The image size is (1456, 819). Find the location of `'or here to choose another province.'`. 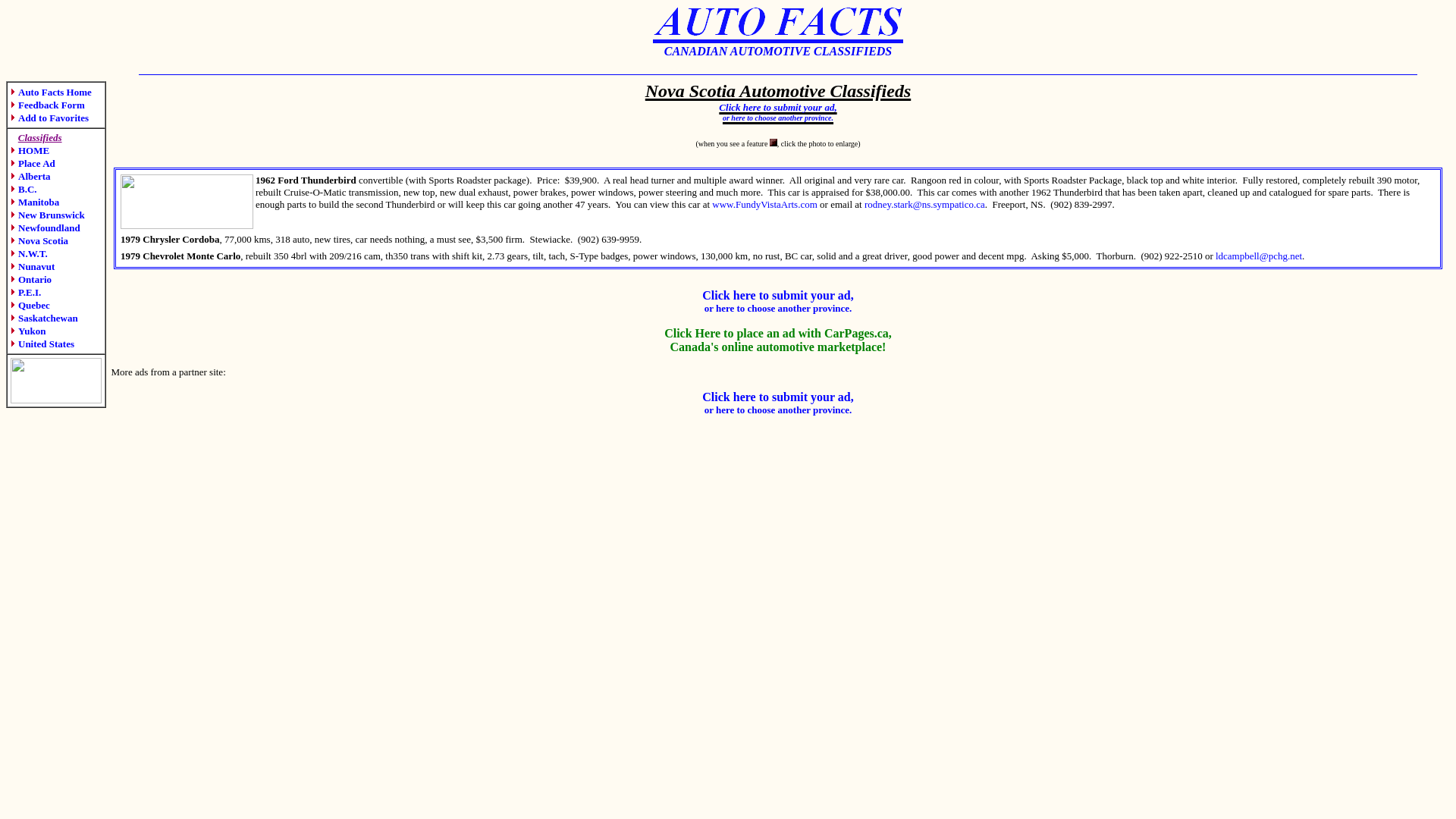

'or here to choose another province.' is located at coordinates (722, 113).